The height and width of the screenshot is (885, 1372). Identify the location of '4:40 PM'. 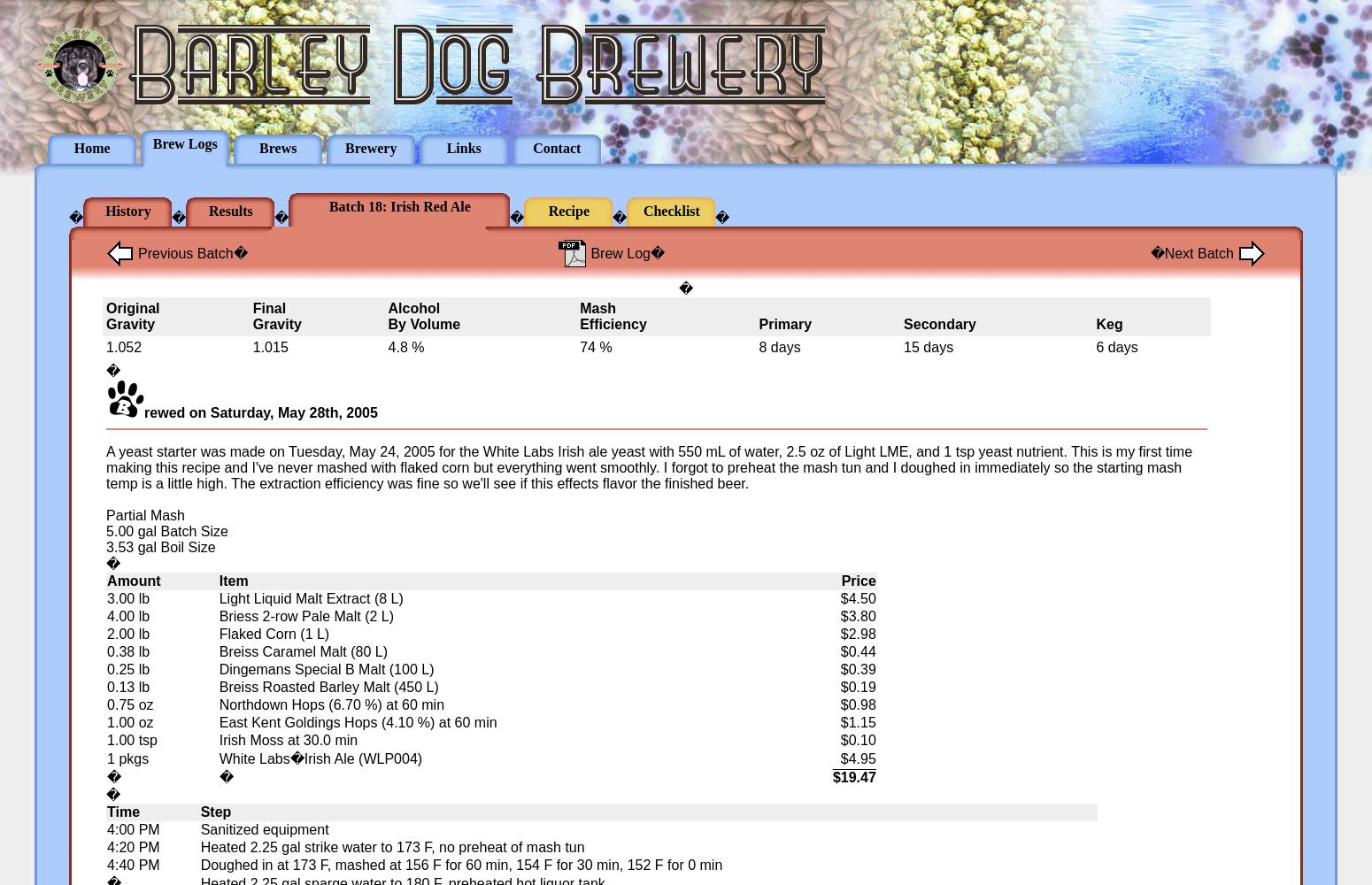
(133, 864).